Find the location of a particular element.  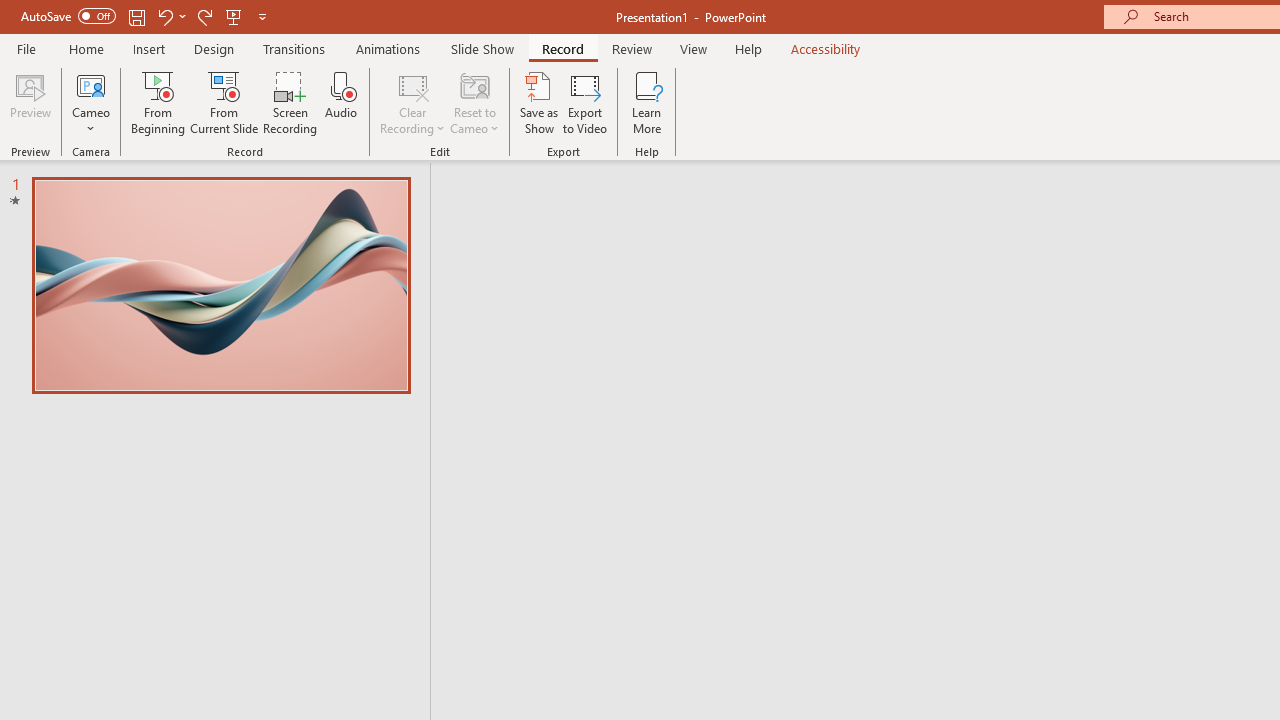

'Reset to Cameo' is located at coordinates (473, 103).